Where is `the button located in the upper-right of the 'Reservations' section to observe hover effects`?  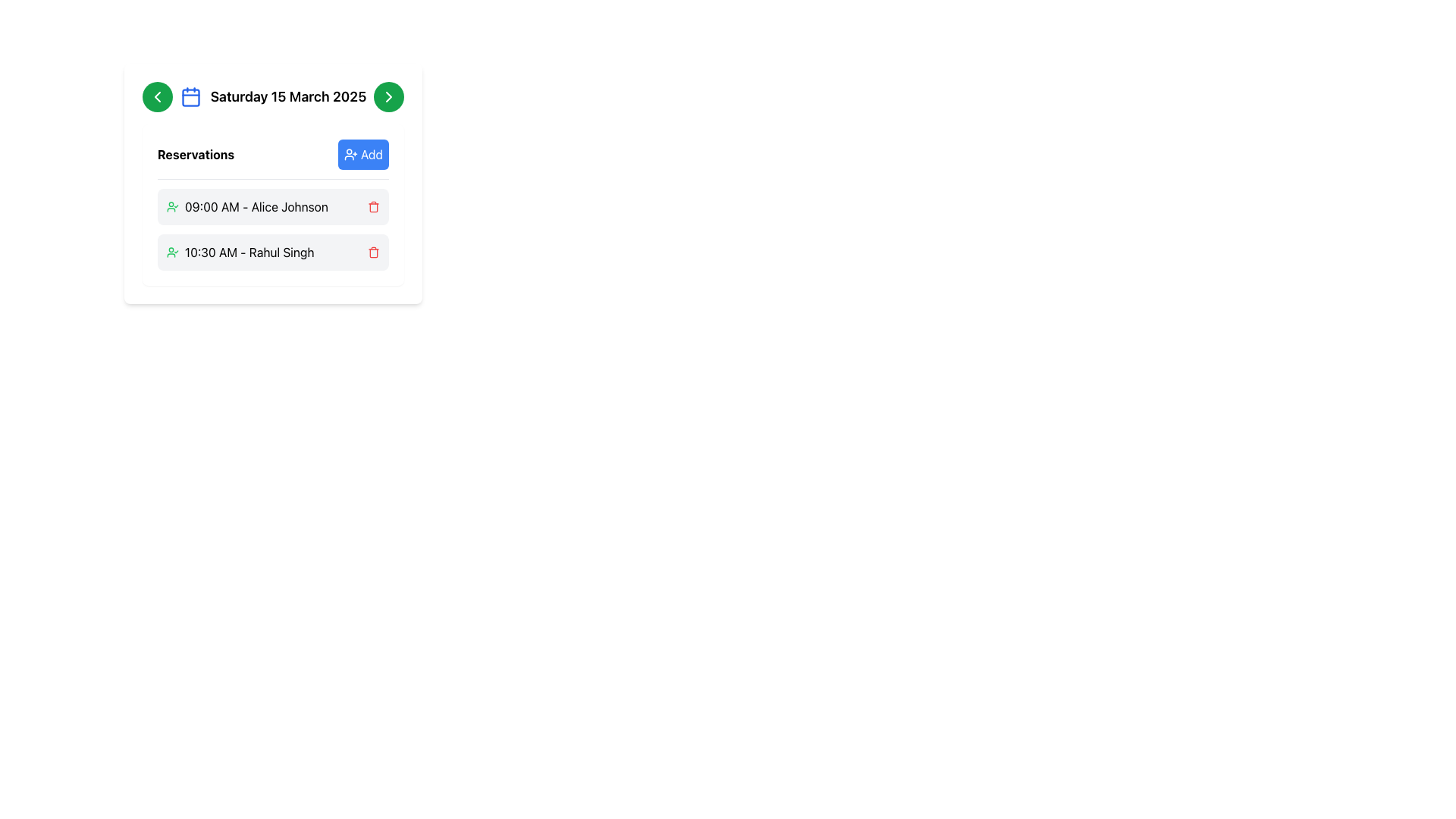 the button located in the upper-right of the 'Reservations' section to observe hover effects is located at coordinates (362, 155).